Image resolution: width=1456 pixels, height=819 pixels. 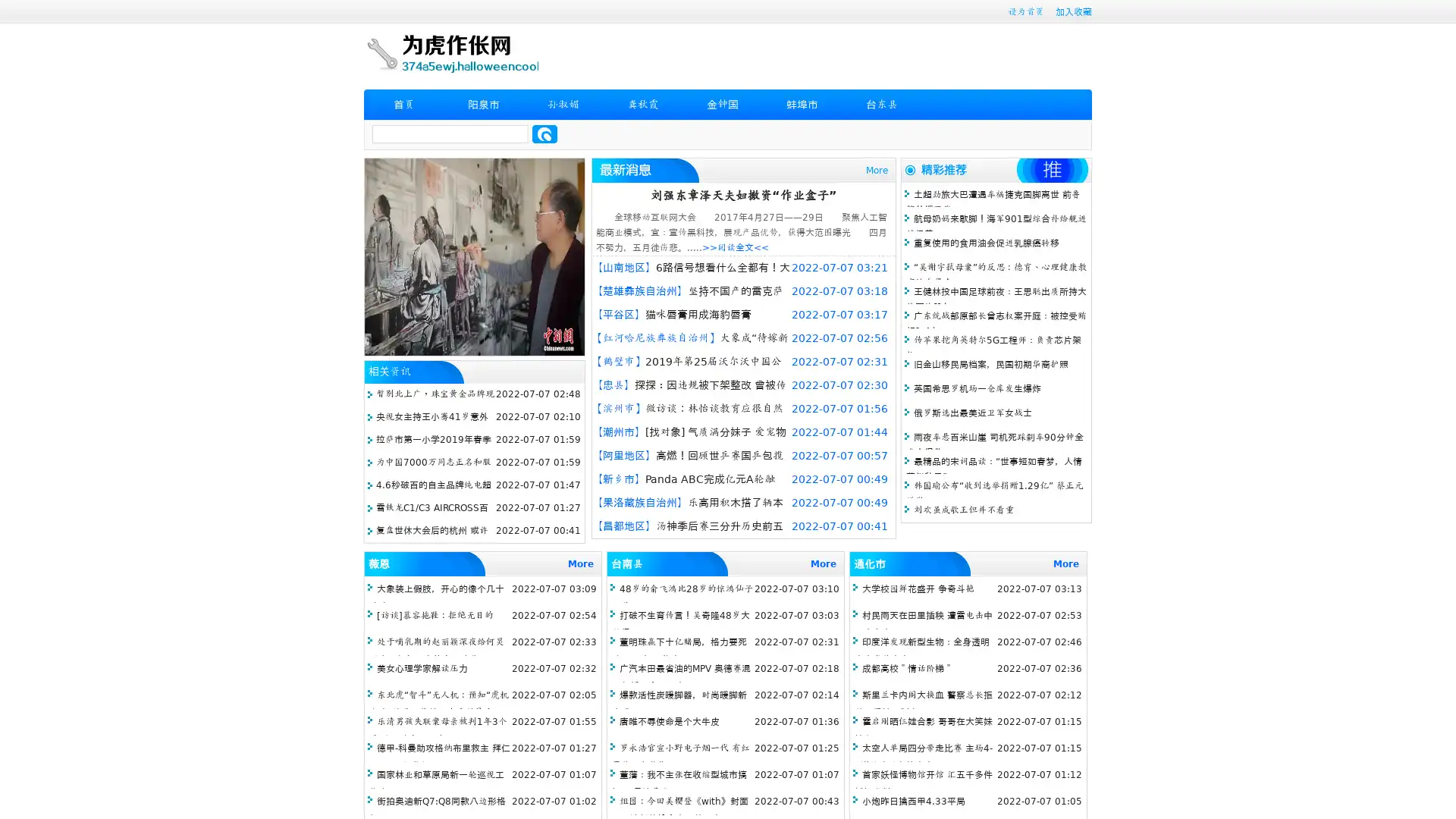 What do you see at coordinates (544, 133) in the screenshot?
I see `Search` at bounding box center [544, 133].